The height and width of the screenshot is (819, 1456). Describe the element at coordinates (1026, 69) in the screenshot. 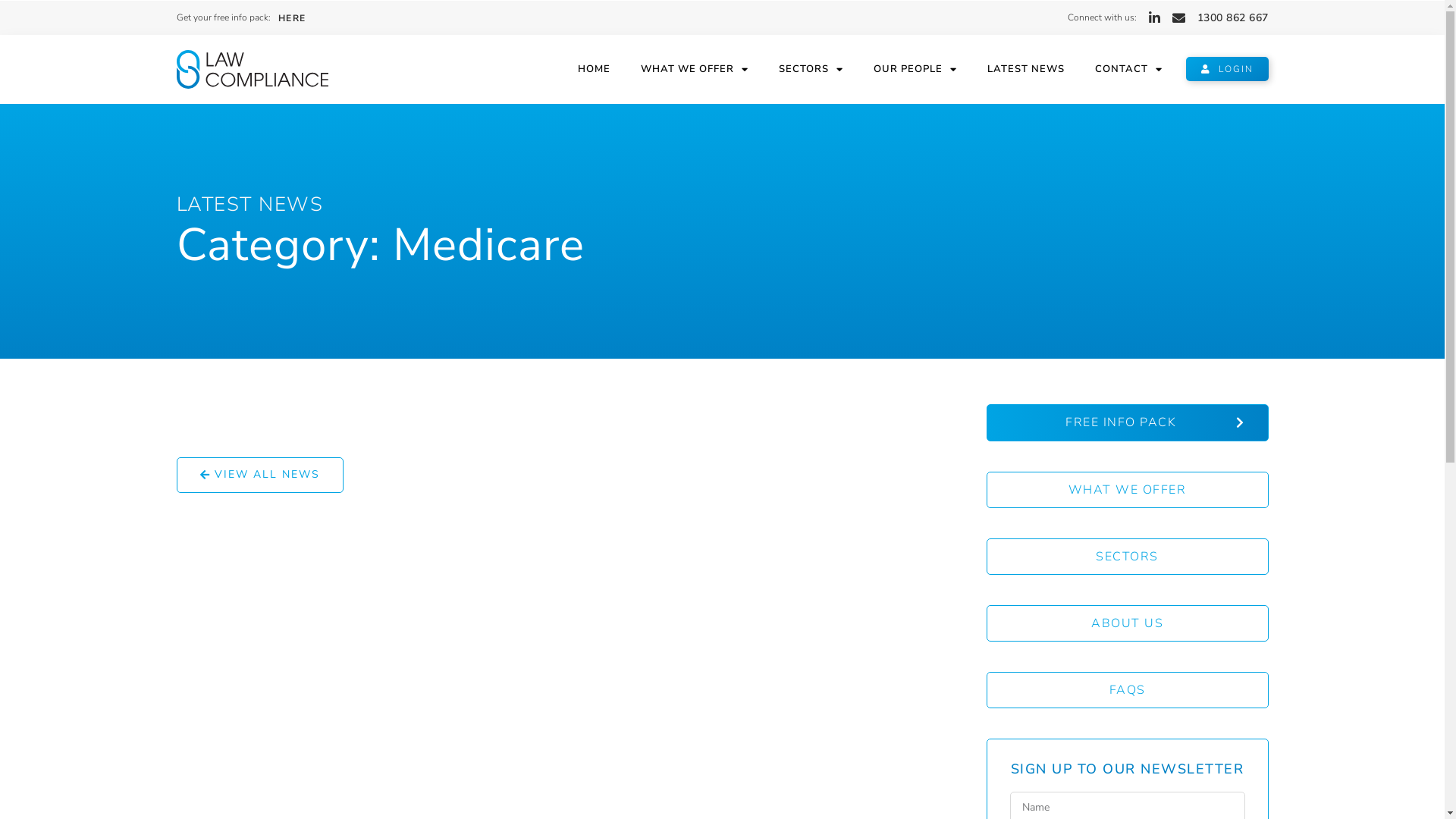

I see `'LATEST NEWS'` at that location.